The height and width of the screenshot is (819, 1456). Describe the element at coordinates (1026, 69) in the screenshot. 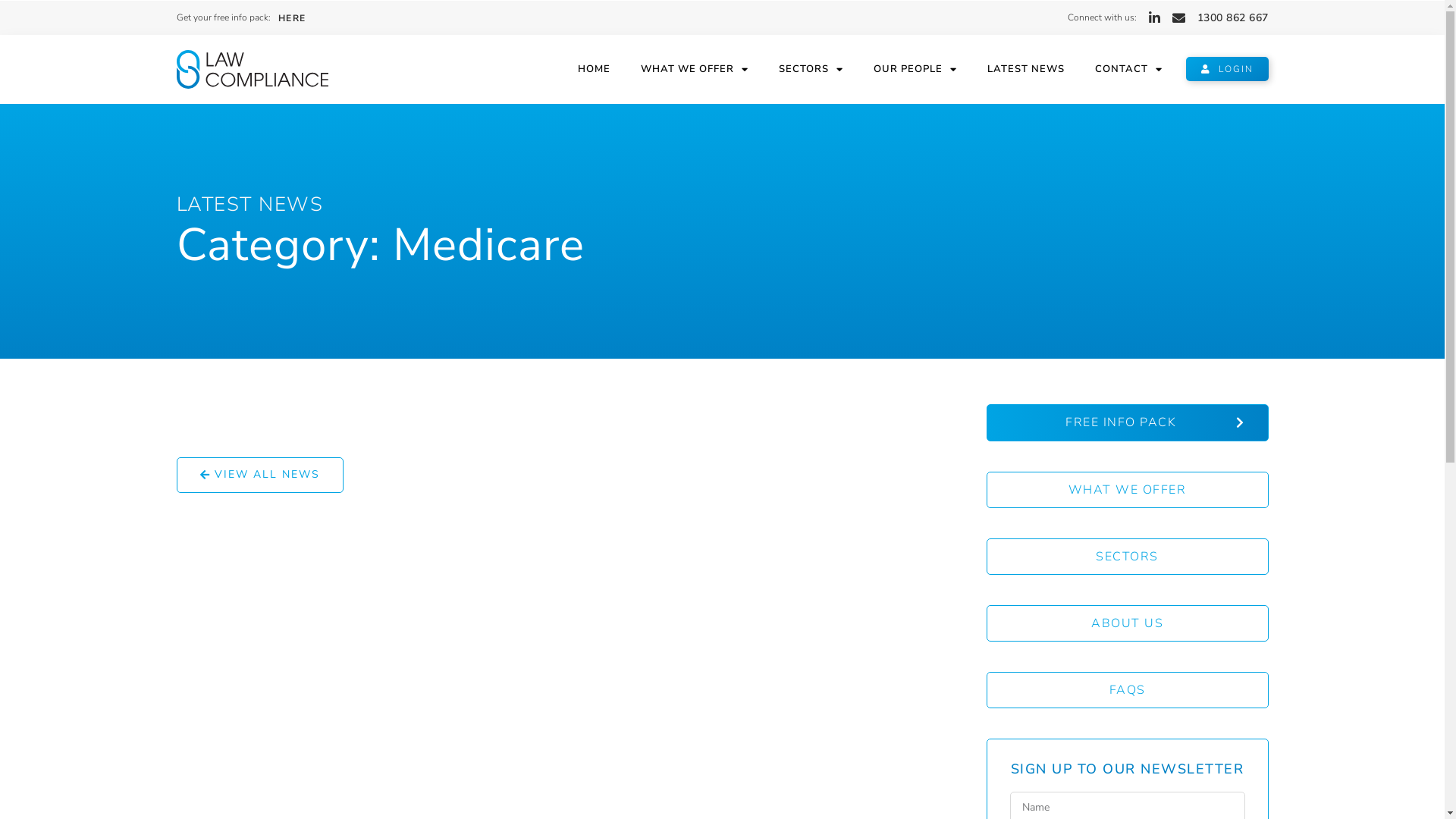

I see `'LATEST NEWS'` at that location.